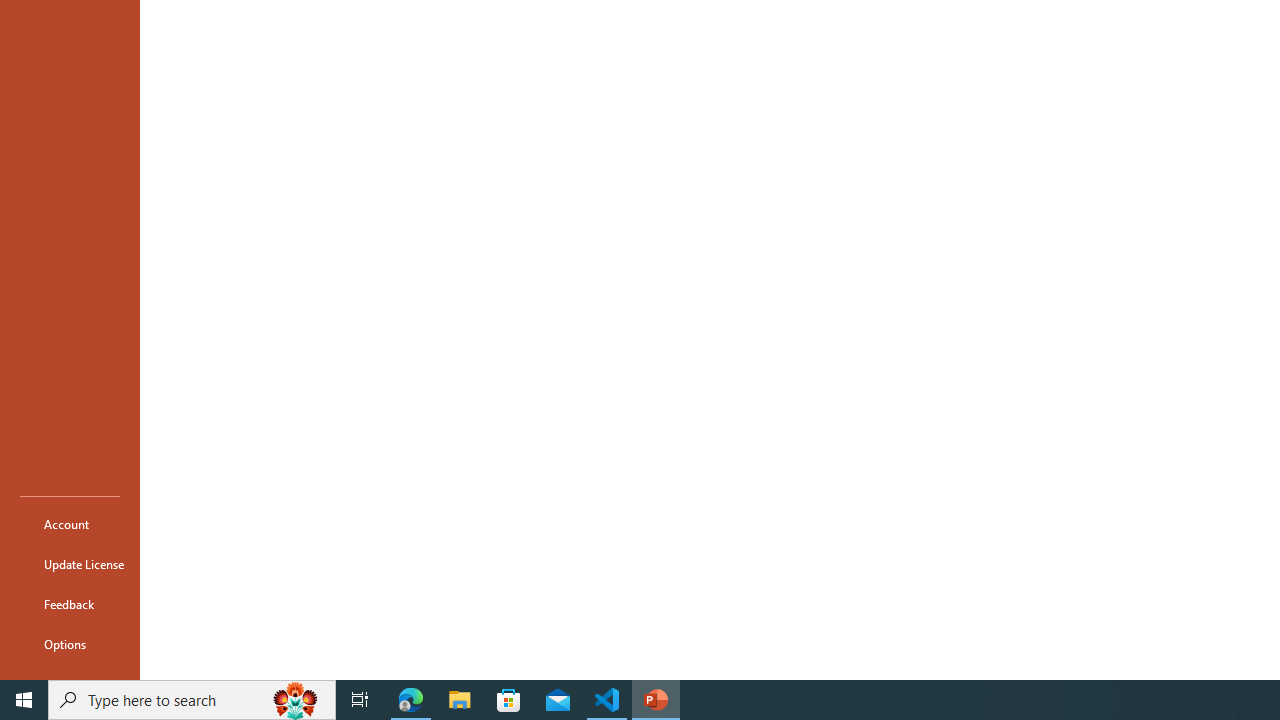 The height and width of the screenshot is (720, 1280). What do you see at coordinates (69, 603) in the screenshot?
I see `'Feedback'` at bounding box center [69, 603].